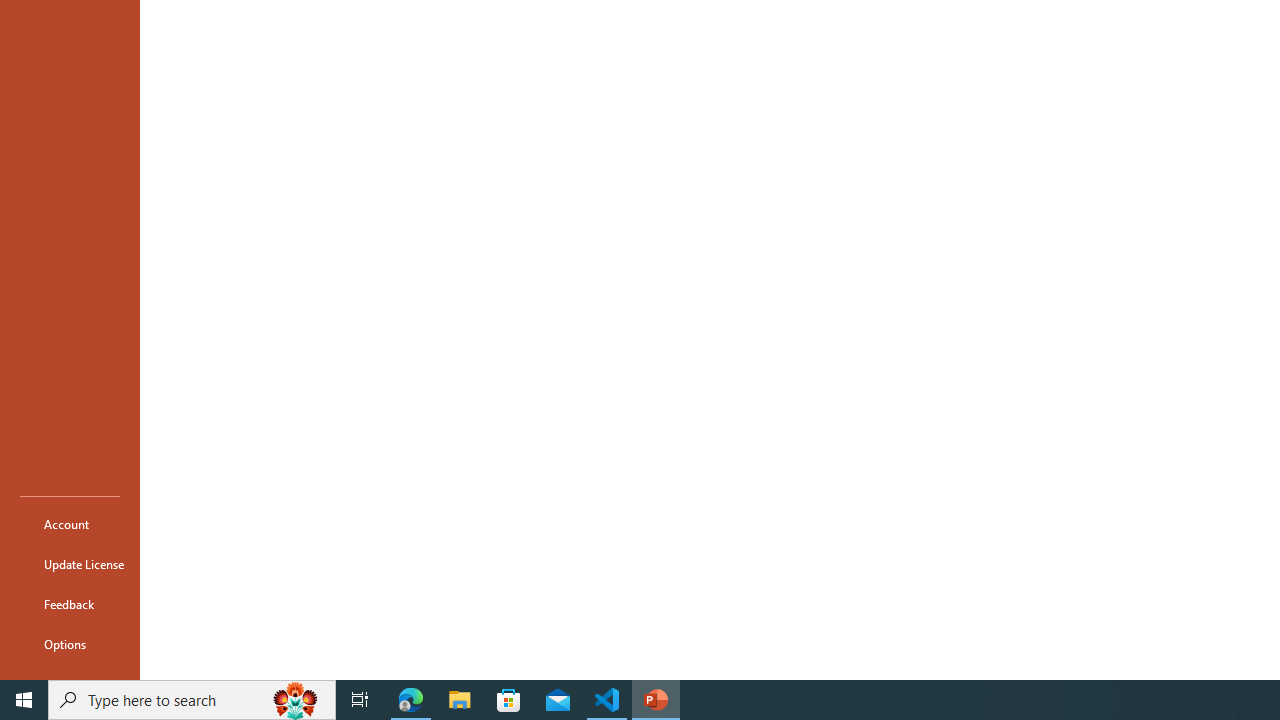 The height and width of the screenshot is (720, 1280). What do you see at coordinates (69, 603) in the screenshot?
I see `'Feedback'` at bounding box center [69, 603].